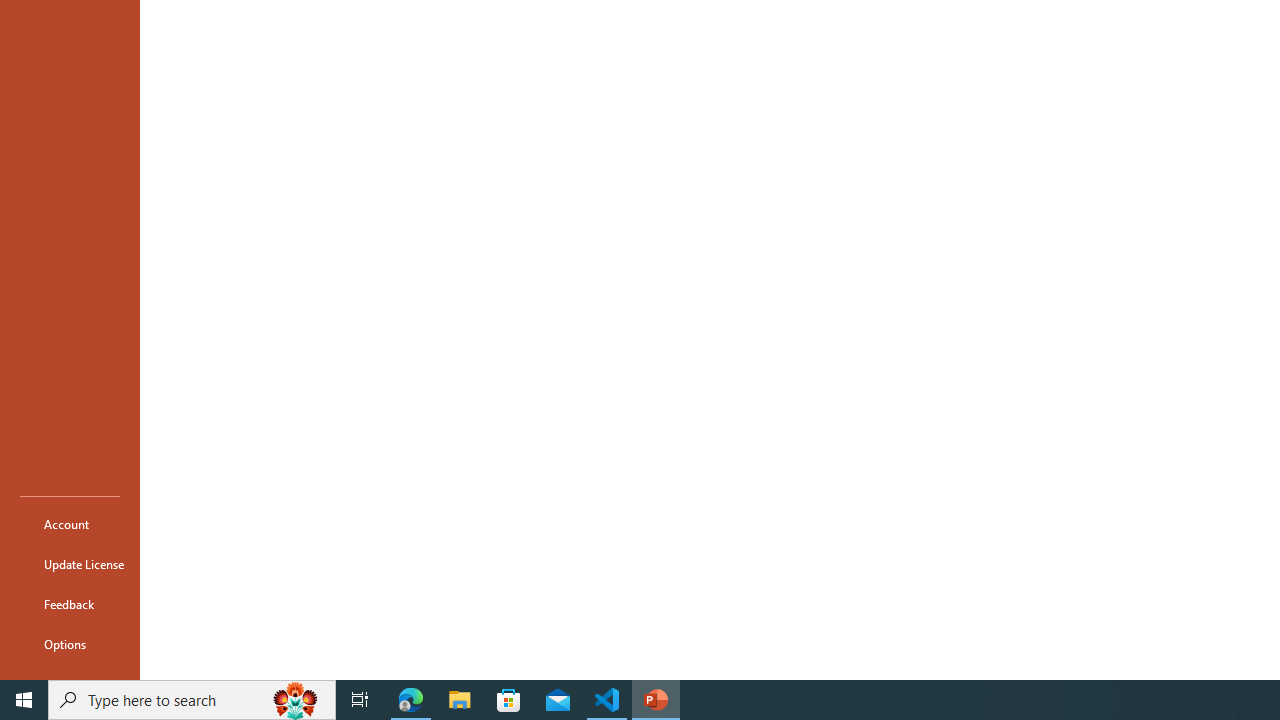 The height and width of the screenshot is (720, 1280). What do you see at coordinates (69, 603) in the screenshot?
I see `'Feedback'` at bounding box center [69, 603].